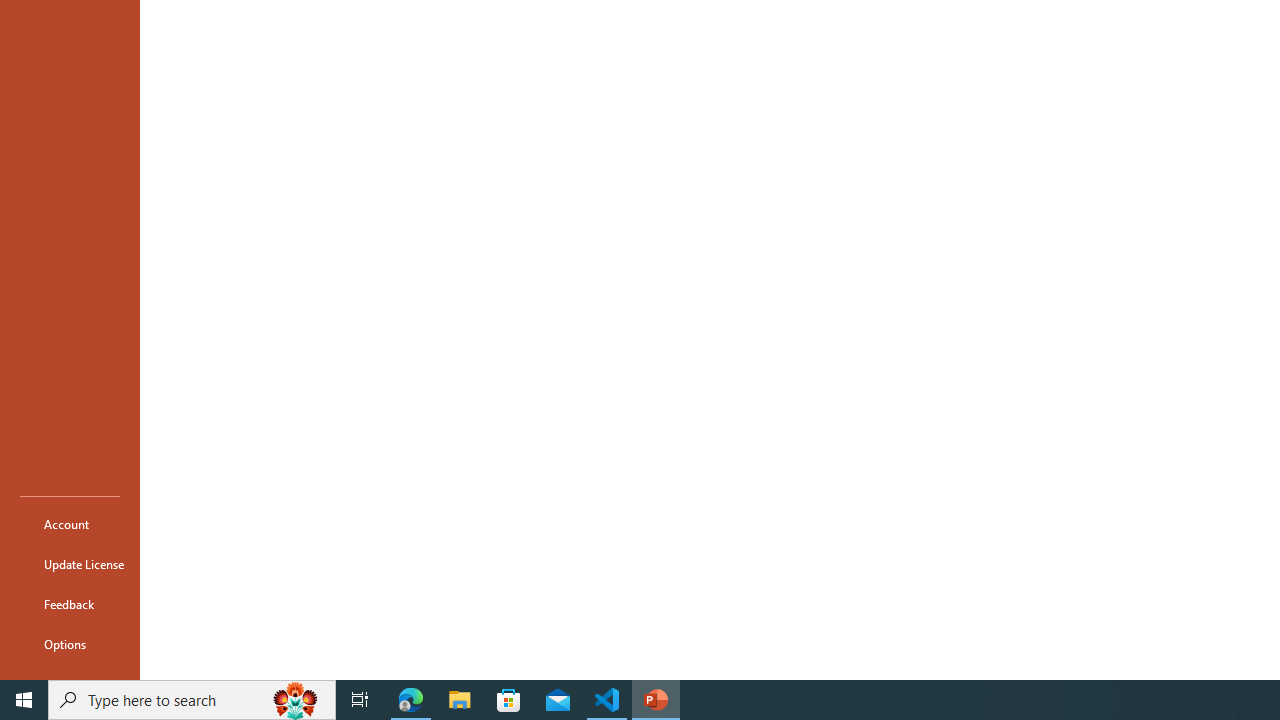 The height and width of the screenshot is (720, 1280). What do you see at coordinates (69, 603) in the screenshot?
I see `'Feedback'` at bounding box center [69, 603].